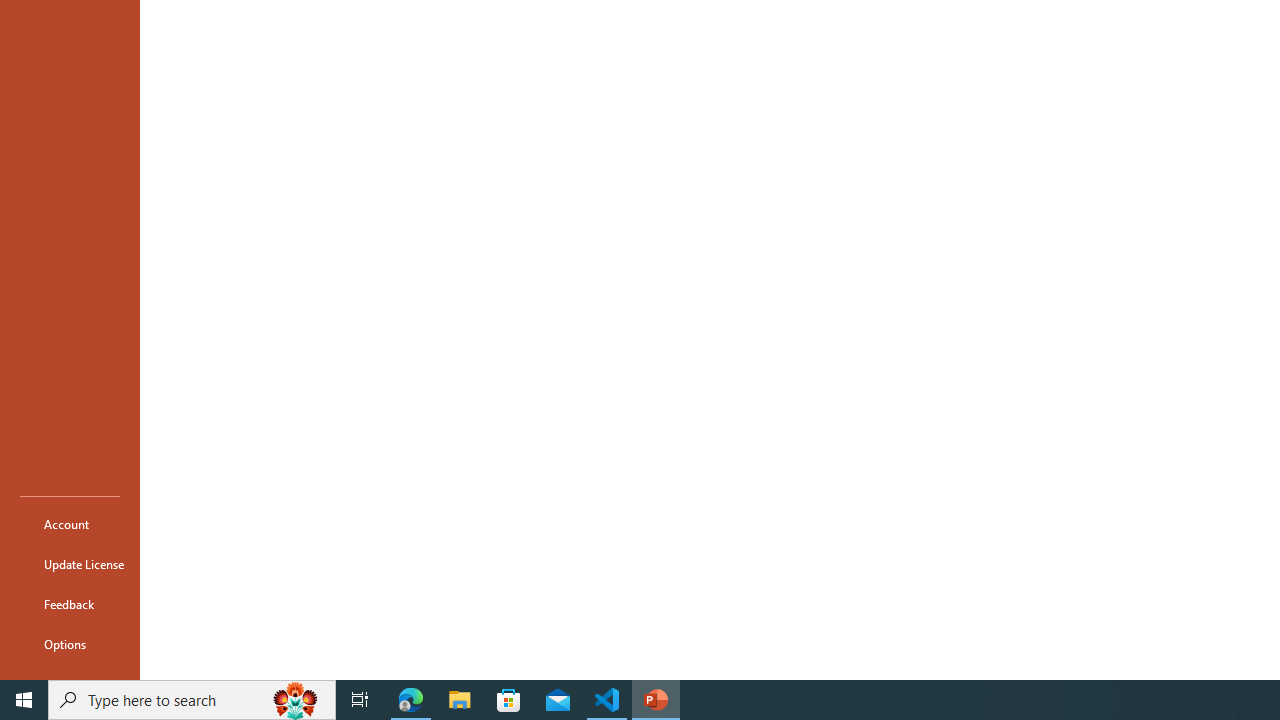 The height and width of the screenshot is (720, 1280). What do you see at coordinates (69, 603) in the screenshot?
I see `'Feedback'` at bounding box center [69, 603].